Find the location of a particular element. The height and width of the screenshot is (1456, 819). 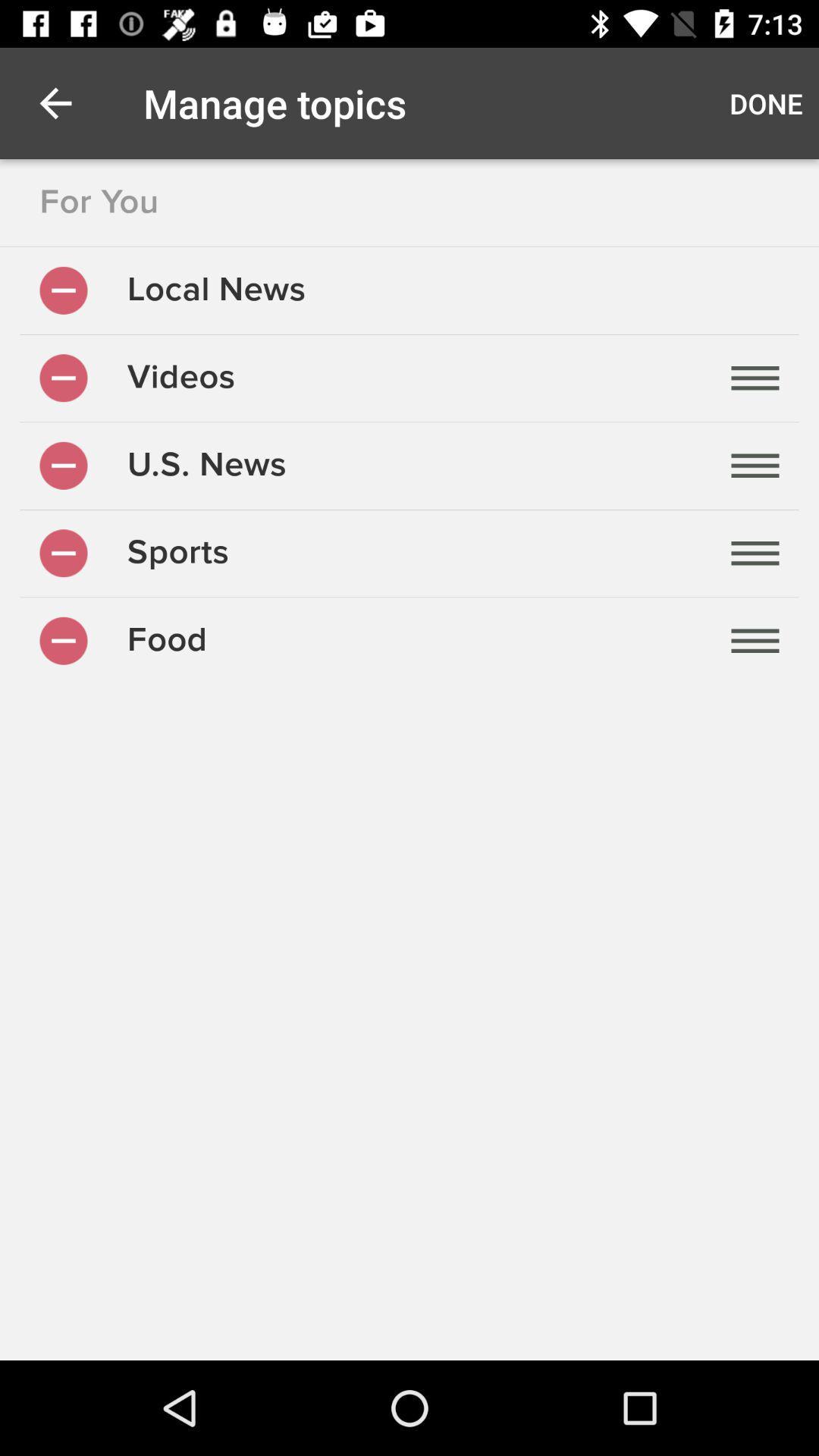

remove u.s news is located at coordinates (63, 465).